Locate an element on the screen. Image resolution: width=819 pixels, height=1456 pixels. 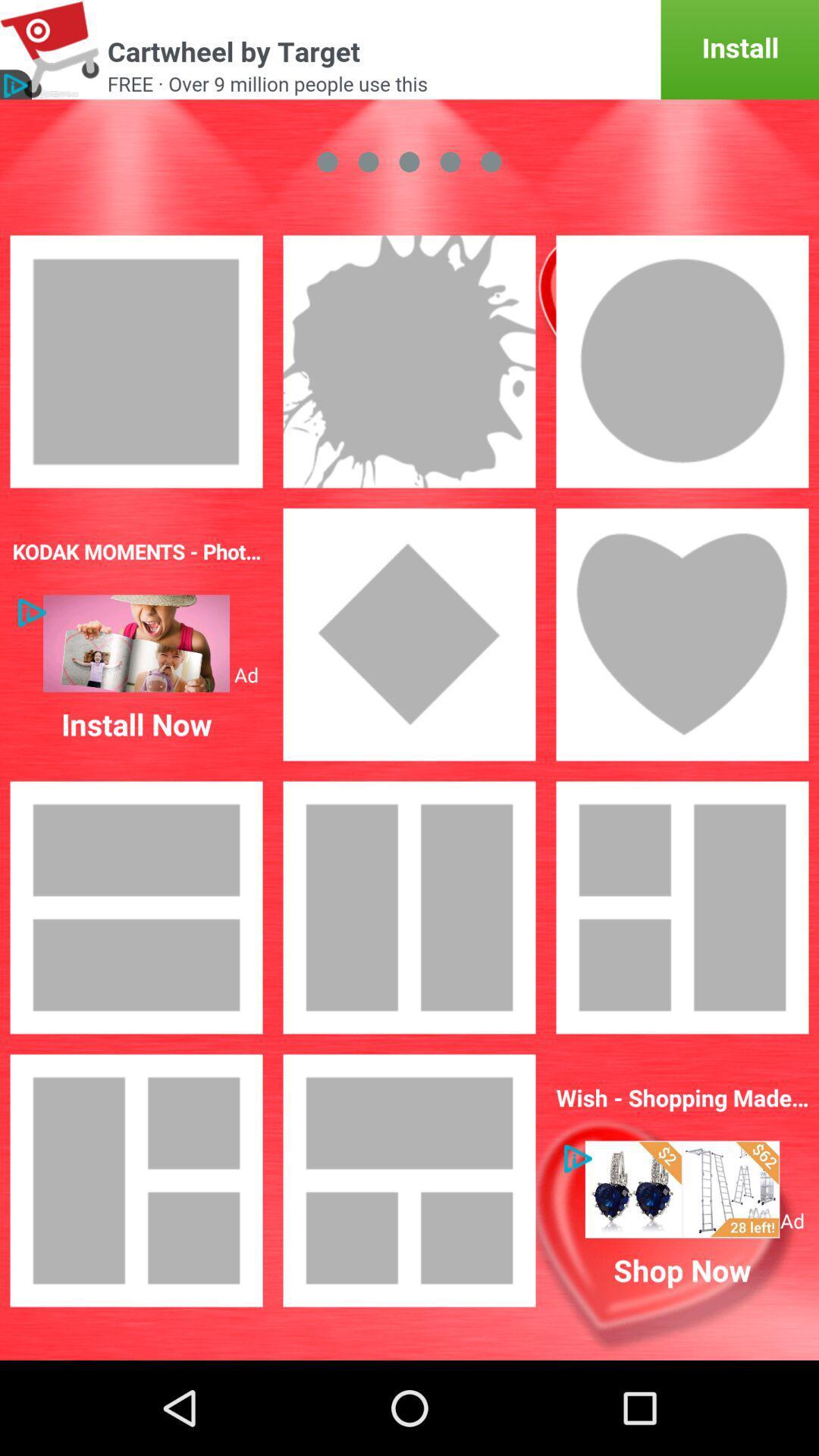
the second circle from the left at the top of the page is located at coordinates (369, 162).